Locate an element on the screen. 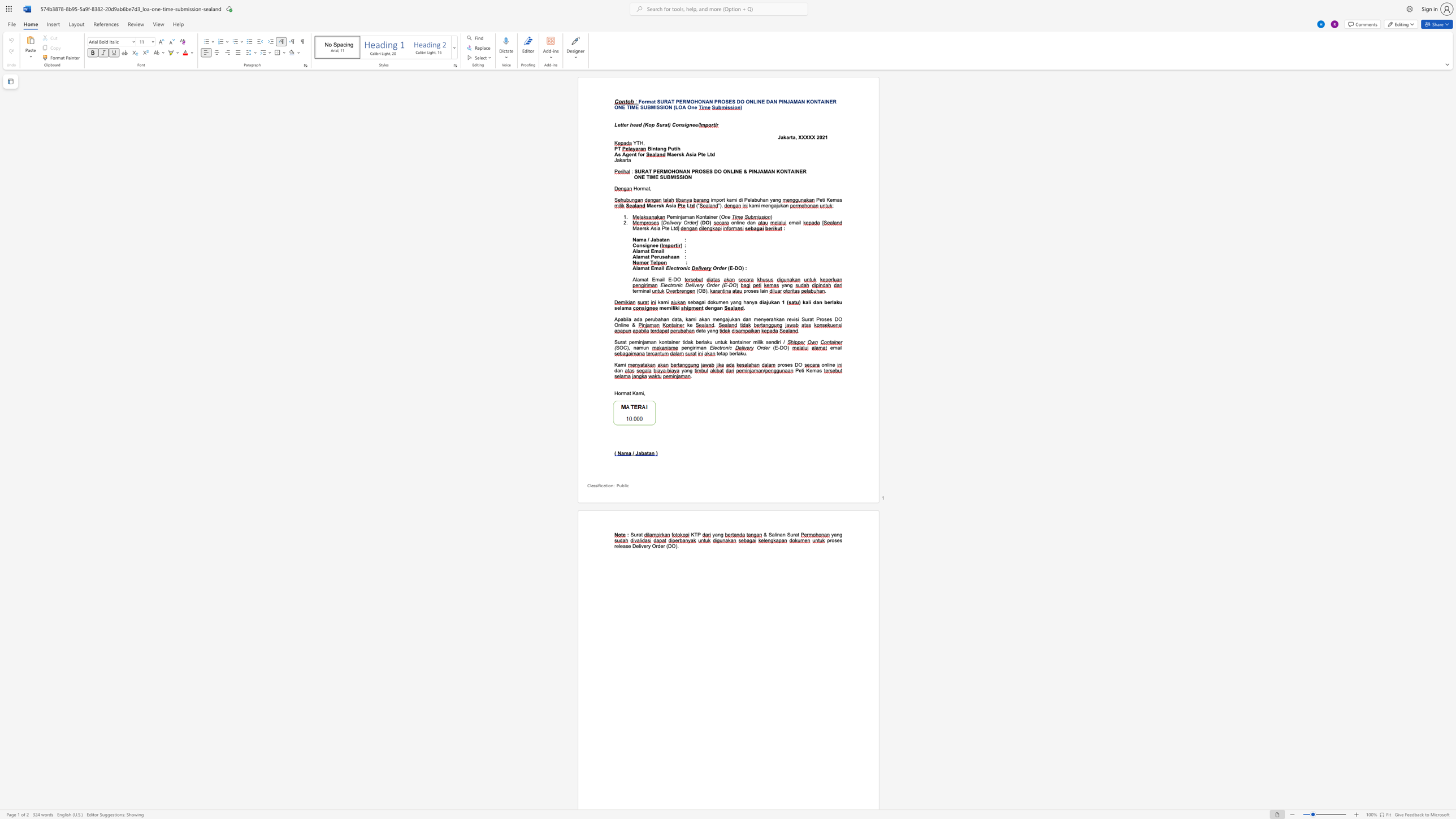 The width and height of the screenshot is (1456, 819). the subset text "AN PROSES DO ONLINE DAN P" within the text "SURAT PERMOHONAN PROSES DO ONLINE DAN PINJAMAN KONTAINER" is located at coordinates (704, 102).